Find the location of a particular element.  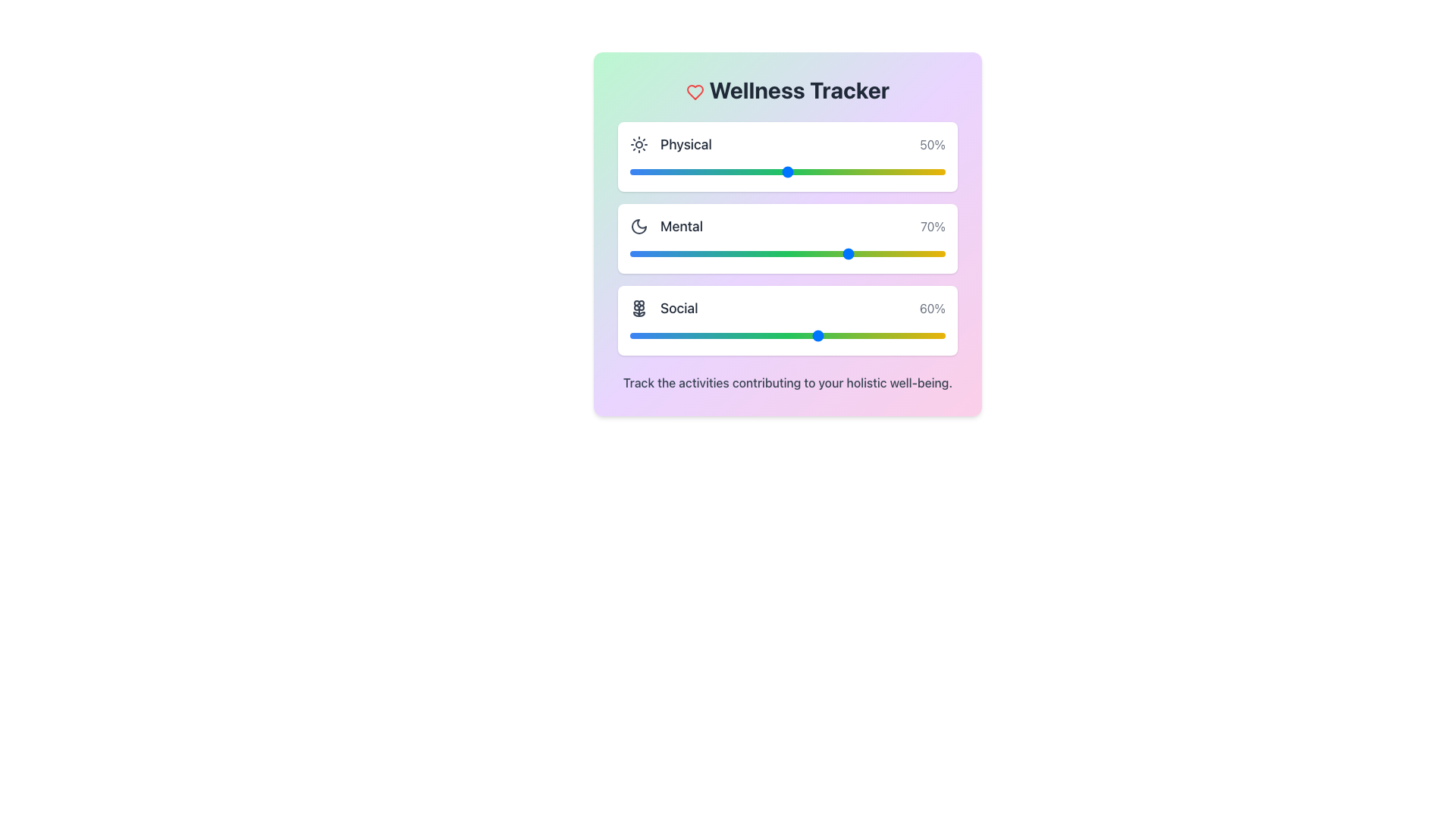

the social well-being percentage is located at coordinates (708, 335).